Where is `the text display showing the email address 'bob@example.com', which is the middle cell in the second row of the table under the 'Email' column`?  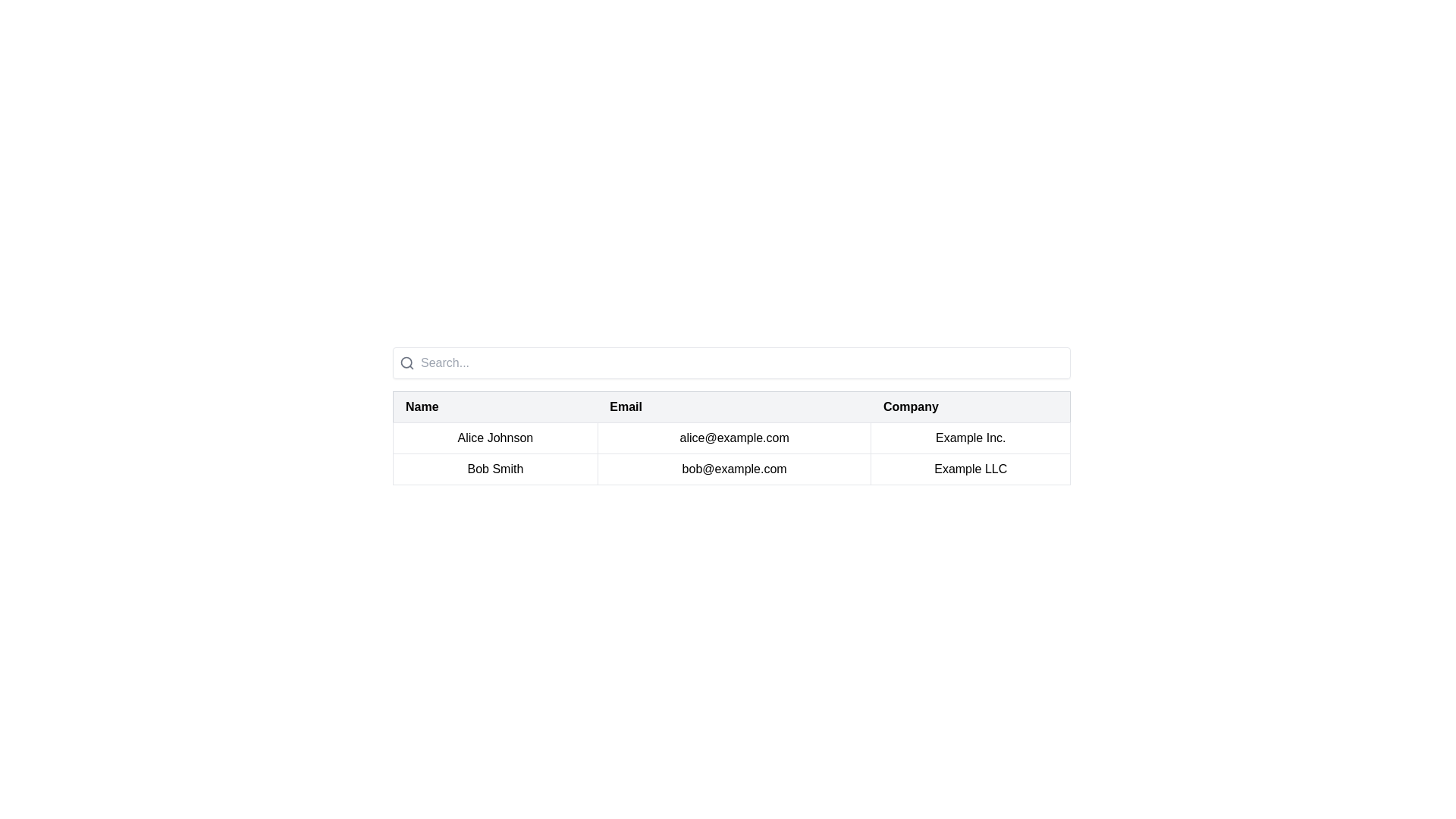 the text display showing the email address 'bob@example.com', which is the middle cell in the second row of the table under the 'Email' column is located at coordinates (734, 468).